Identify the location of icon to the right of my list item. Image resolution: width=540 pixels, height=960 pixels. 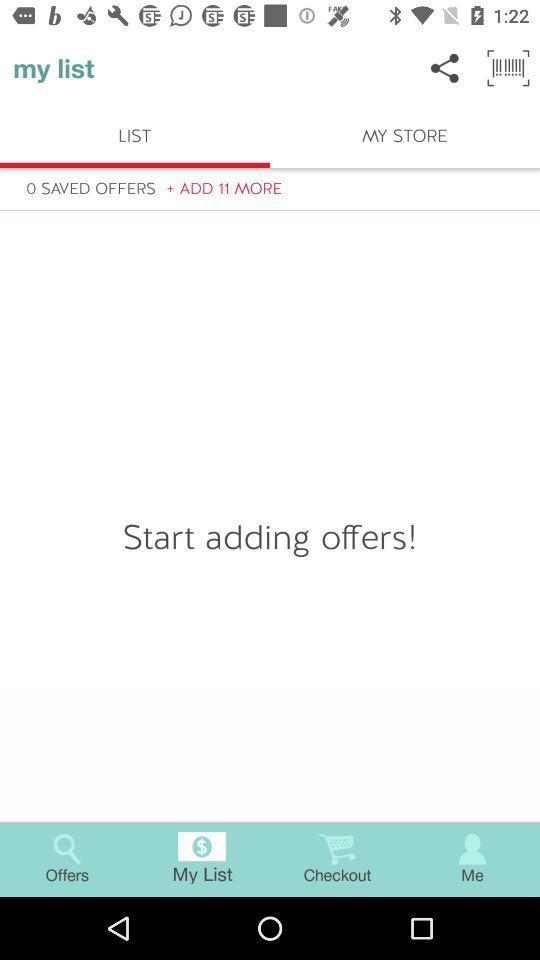
(445, 68).